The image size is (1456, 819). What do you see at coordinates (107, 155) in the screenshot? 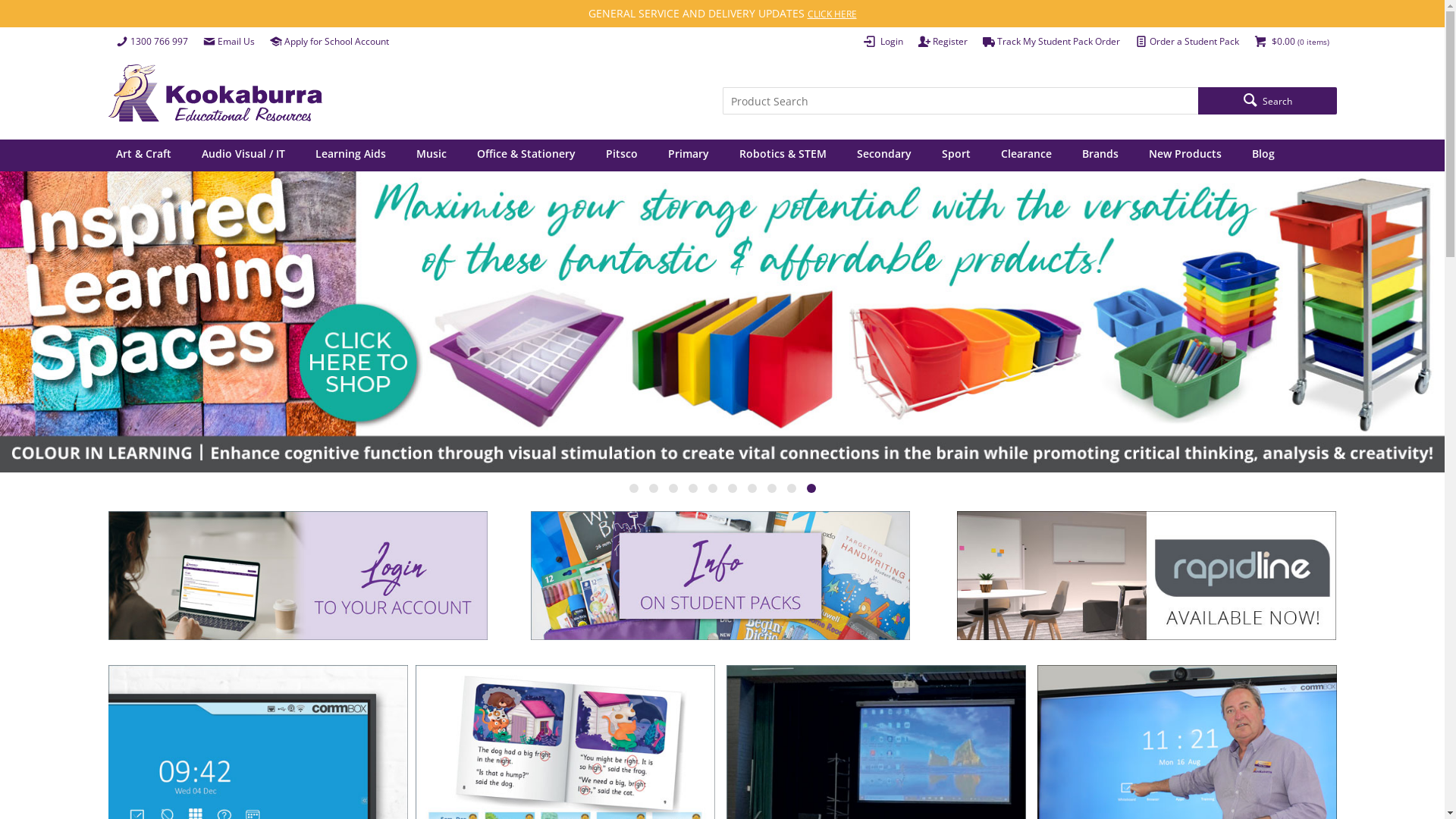
I see `'Art & Craft'` at bounding box center [107, 155].